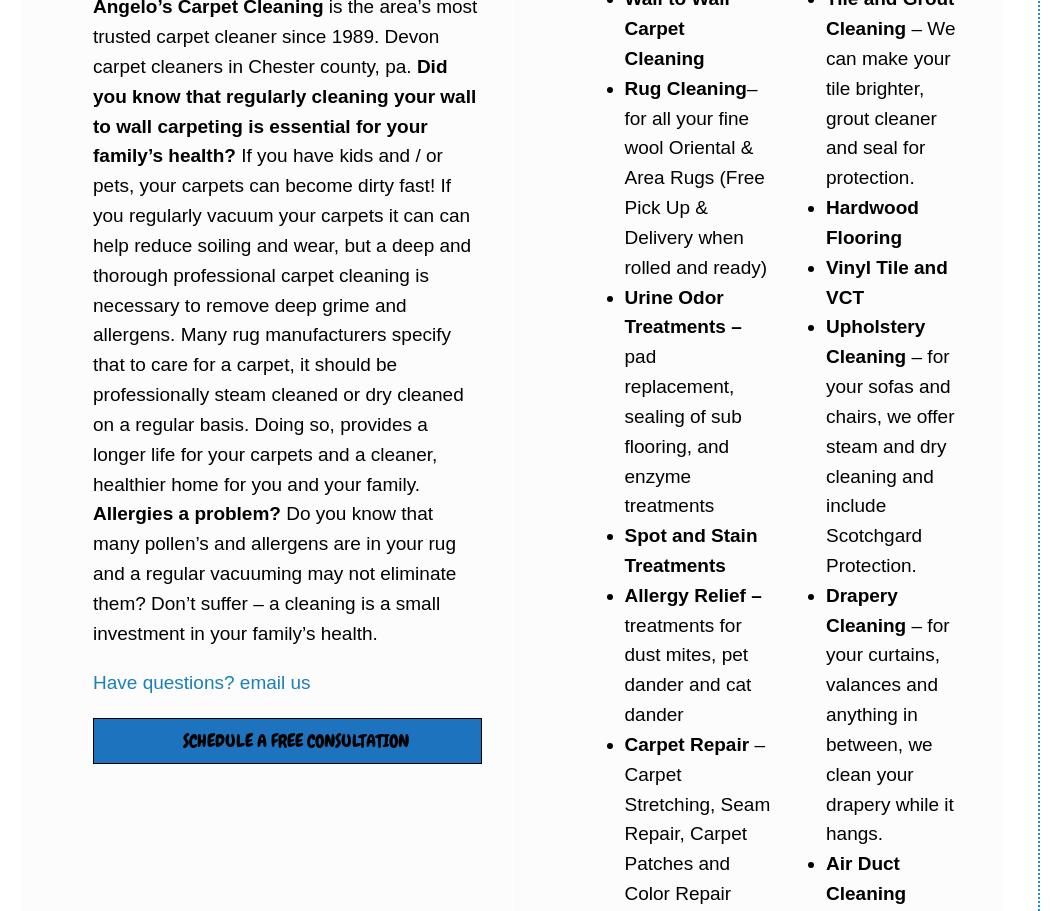 The image size is (1050, 911). Describe the element at coordinates (865, 877) in the screenshot. I see `'Air Duct Cleaning'` at that location.